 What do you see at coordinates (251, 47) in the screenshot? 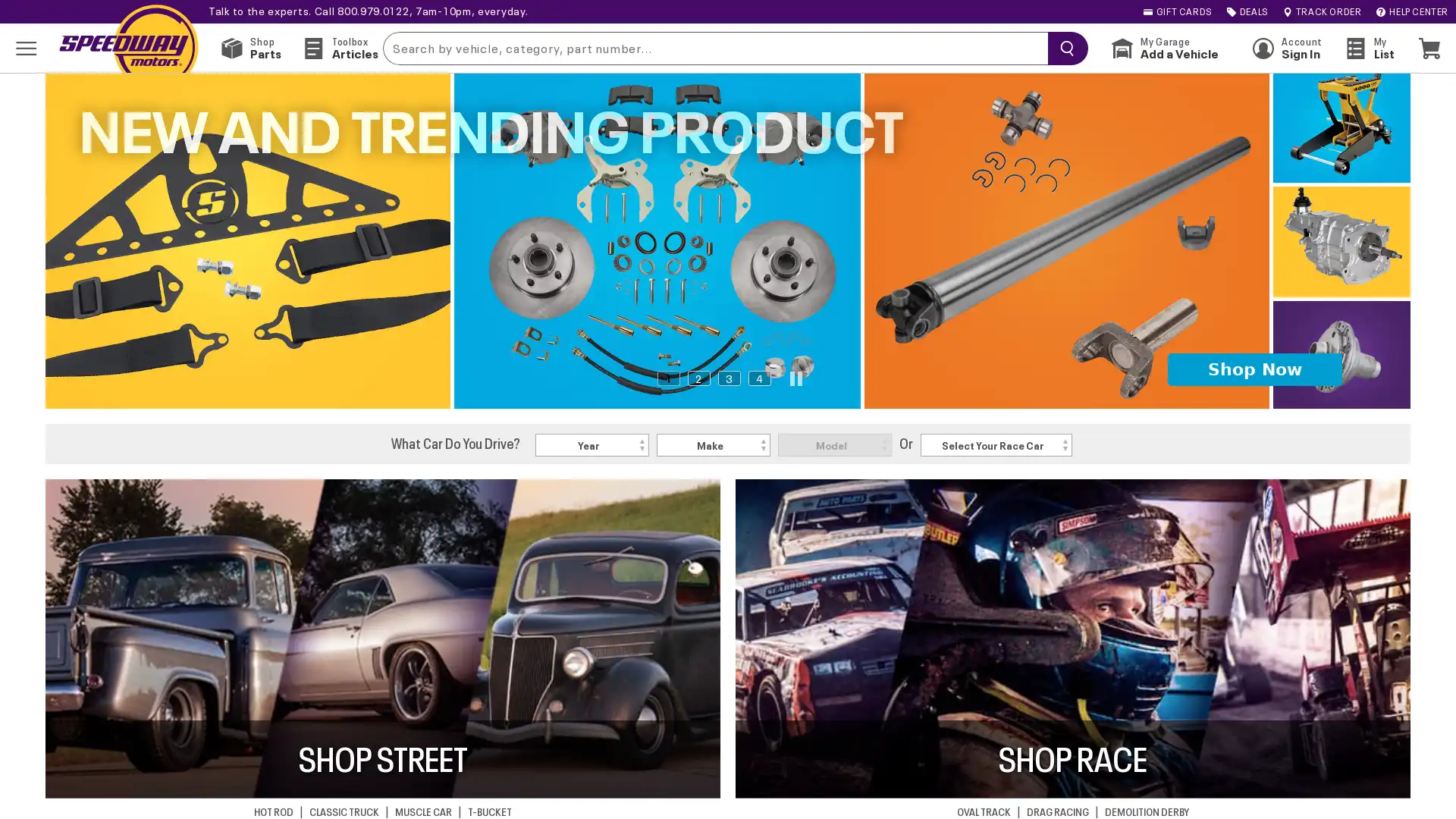
I see `Shop Parts` at bounding box center [251, 47].